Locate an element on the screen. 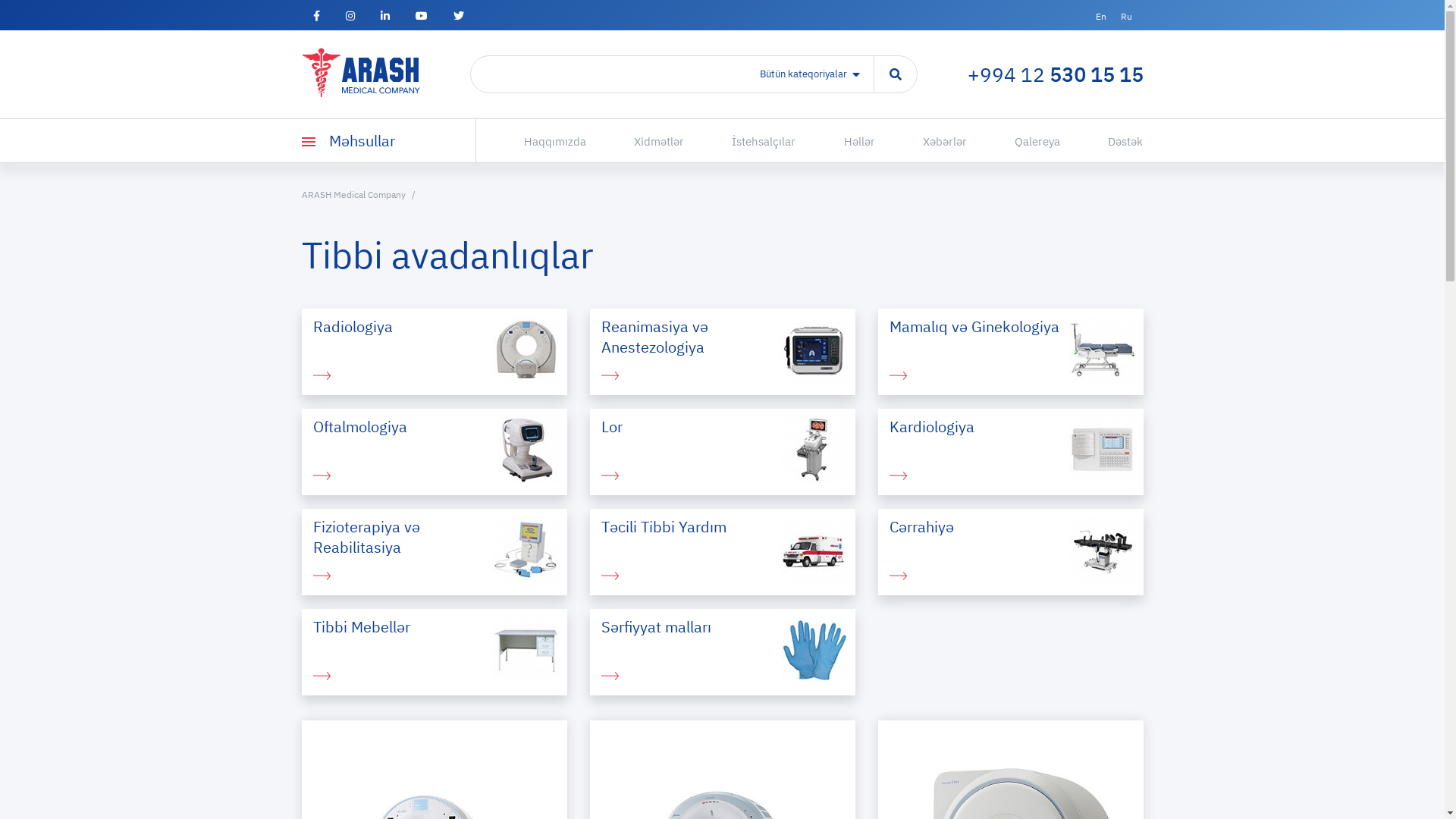 The width and height of the screenshot is (1456, 819). 'Qalereya' is located at coordinates (1015, 141).